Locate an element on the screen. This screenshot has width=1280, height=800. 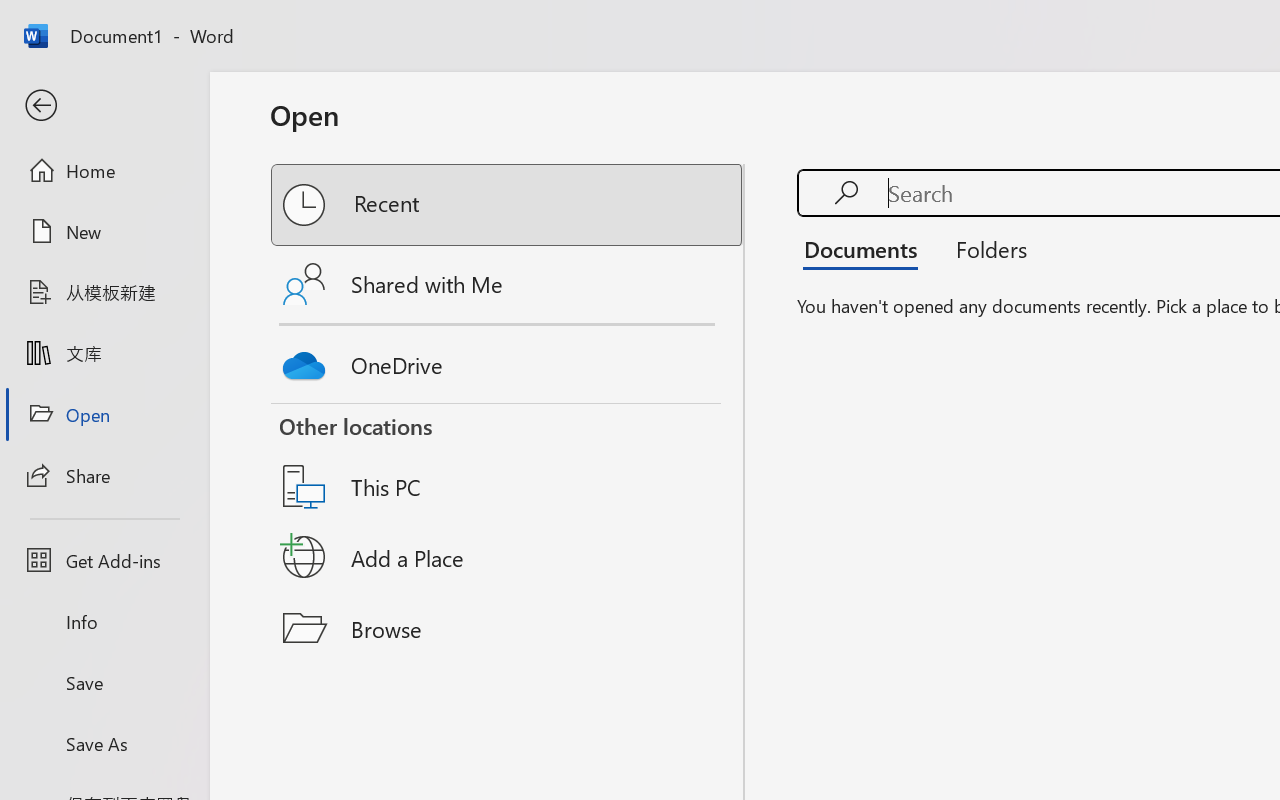
'Info' is located at coordinates (103, 621).